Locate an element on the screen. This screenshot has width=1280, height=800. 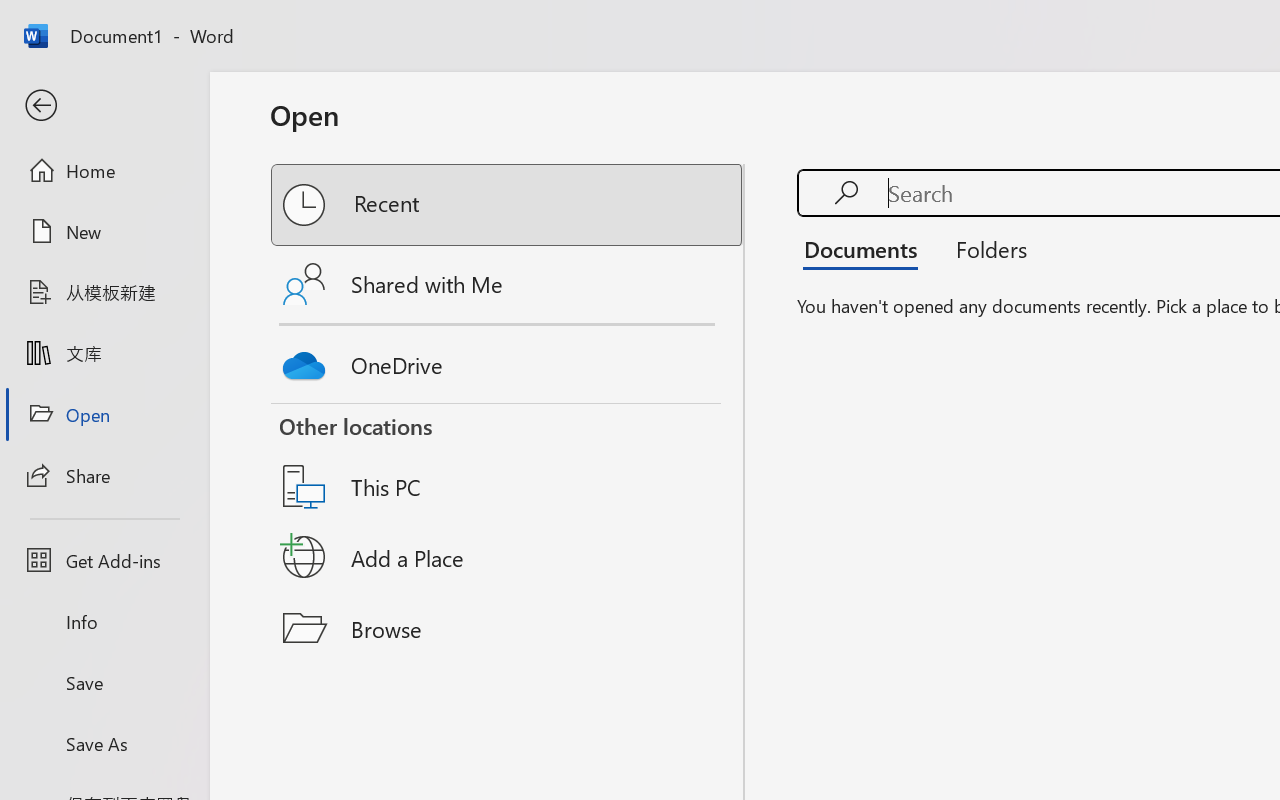
'Info' is located at coordinates (103, 621).